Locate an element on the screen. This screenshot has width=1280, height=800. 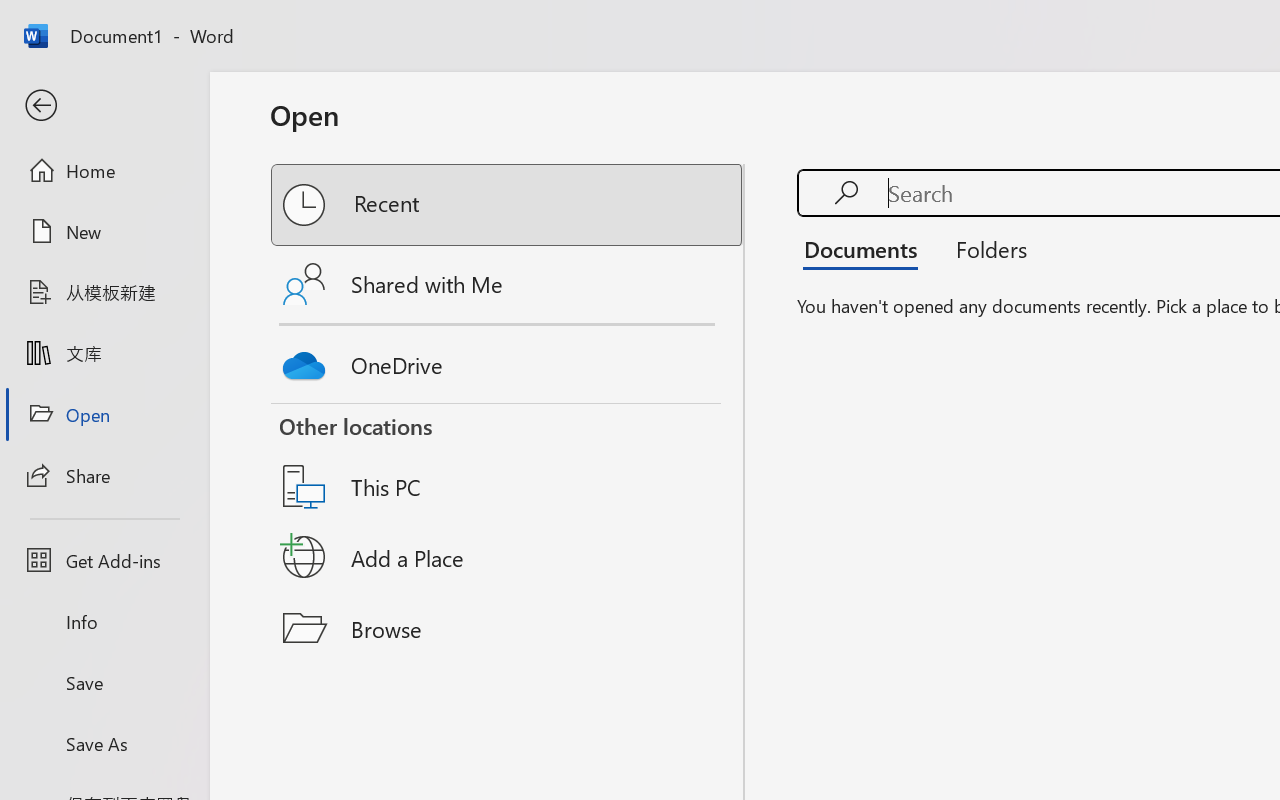
'Info' is located at coordinates (103, 621).